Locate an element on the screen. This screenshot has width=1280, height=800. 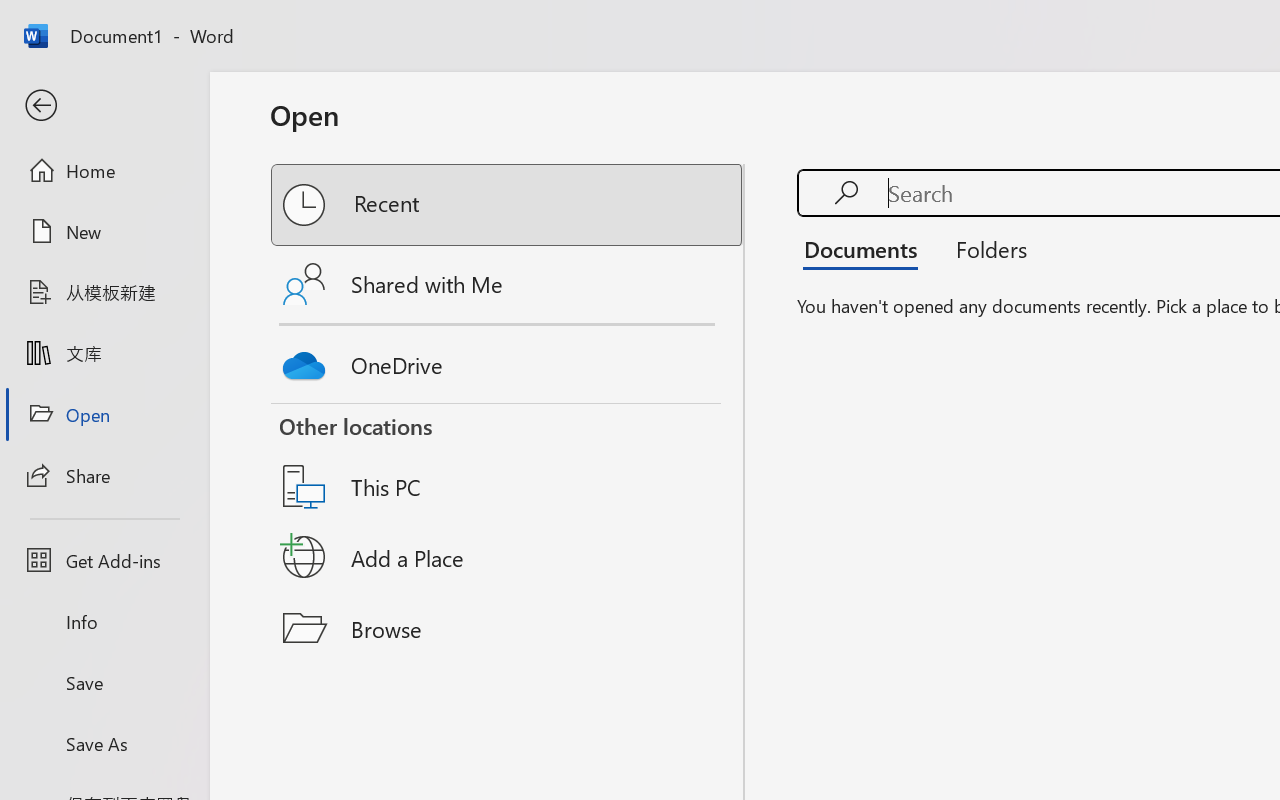
'Info' is located at coordinates (103, 621).